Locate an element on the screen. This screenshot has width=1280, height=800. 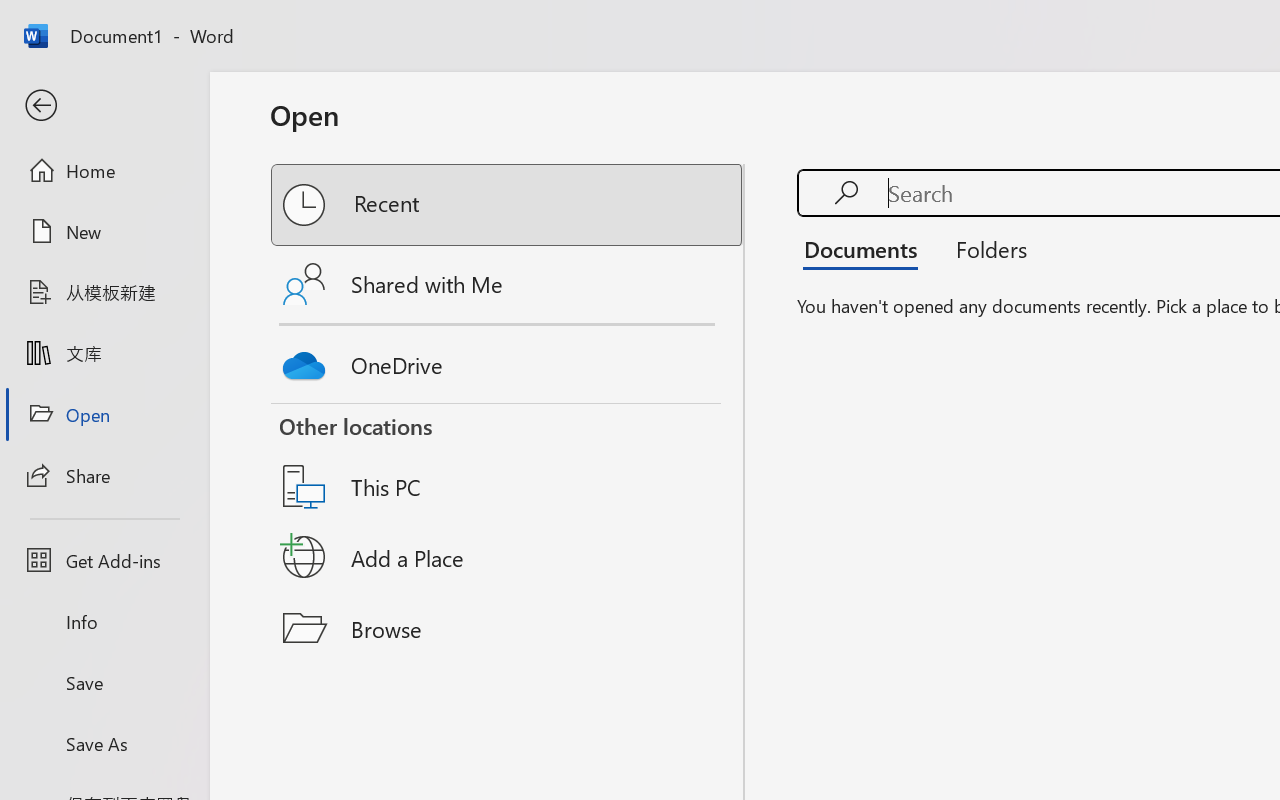
'Info' is located at coordinates (103, 621).